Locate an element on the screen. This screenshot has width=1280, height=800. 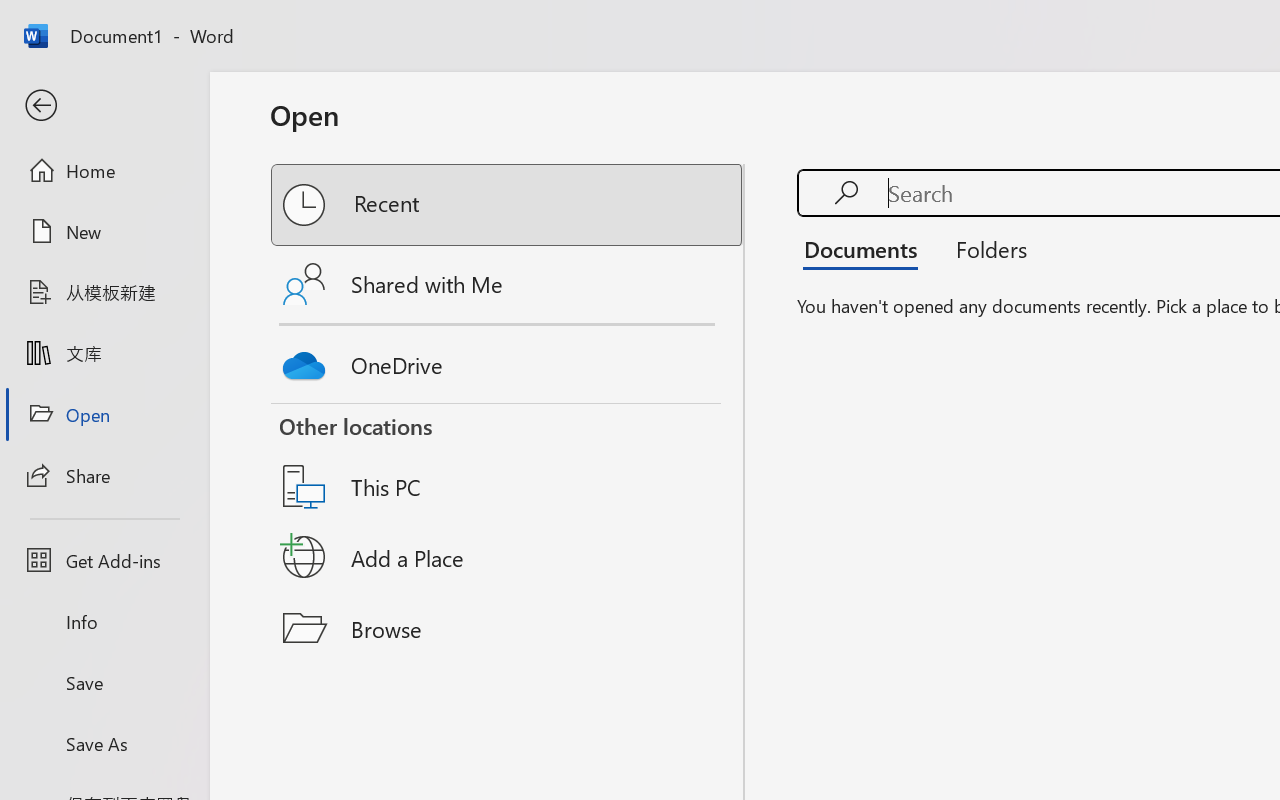
'Info' is located at coordinates (103, 621).